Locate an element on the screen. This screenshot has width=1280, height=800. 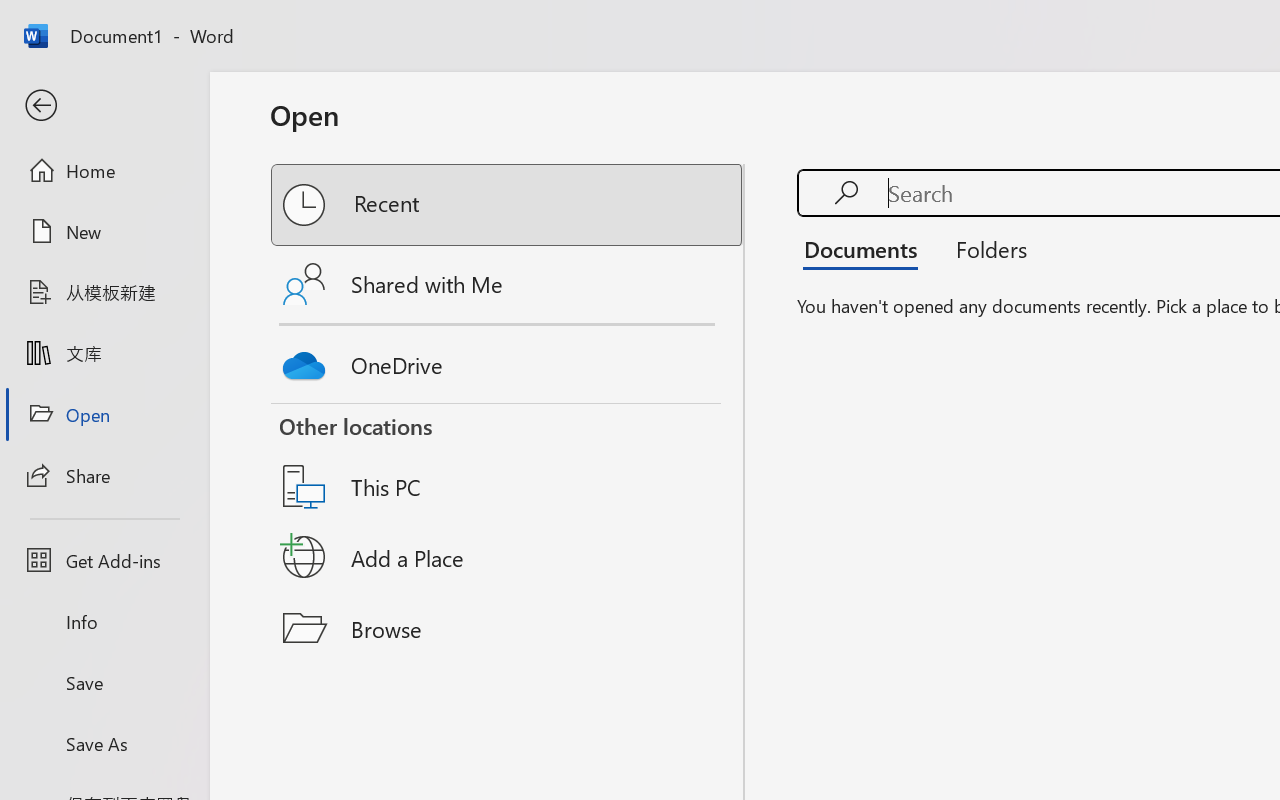
'Info' is located at coordinates (103, 621).